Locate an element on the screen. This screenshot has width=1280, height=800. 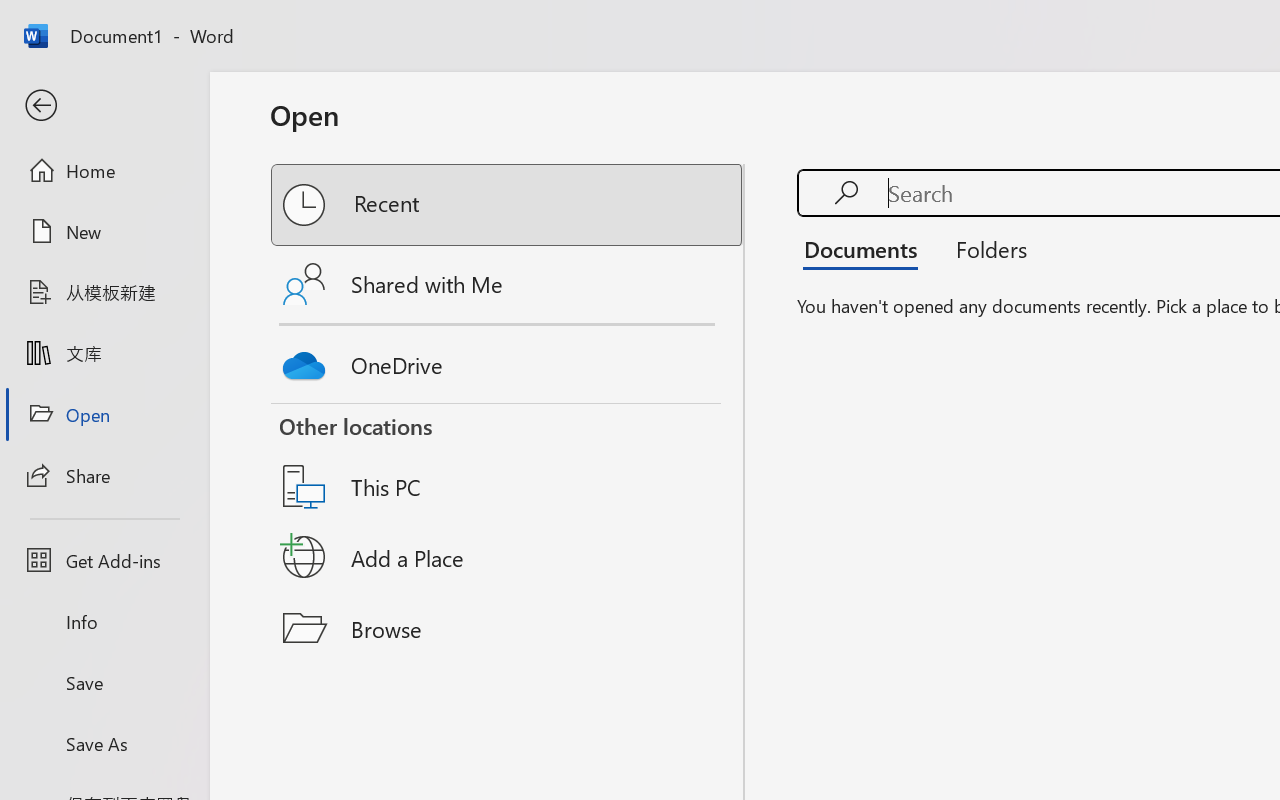
'Info' is located at coordinates (103, 621).